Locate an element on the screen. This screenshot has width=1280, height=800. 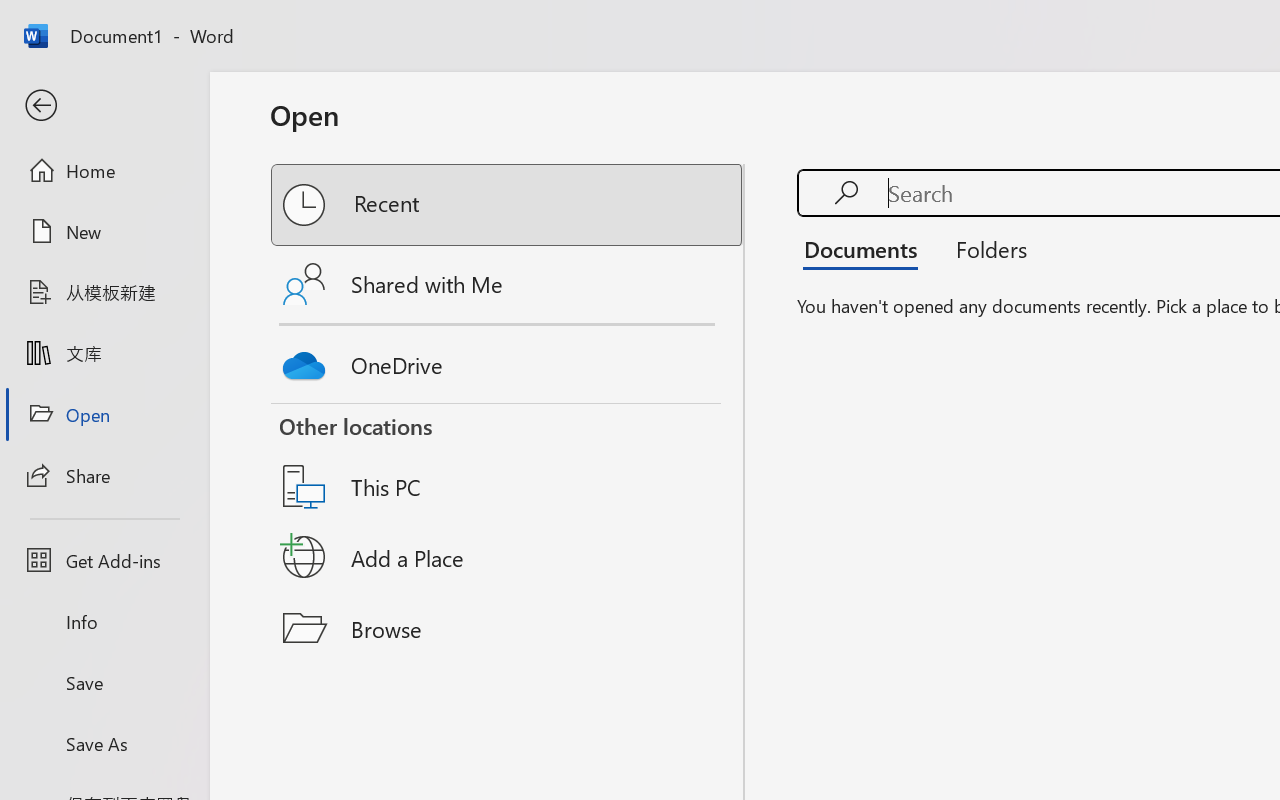
'Info' is located at coordinates (103, 621).